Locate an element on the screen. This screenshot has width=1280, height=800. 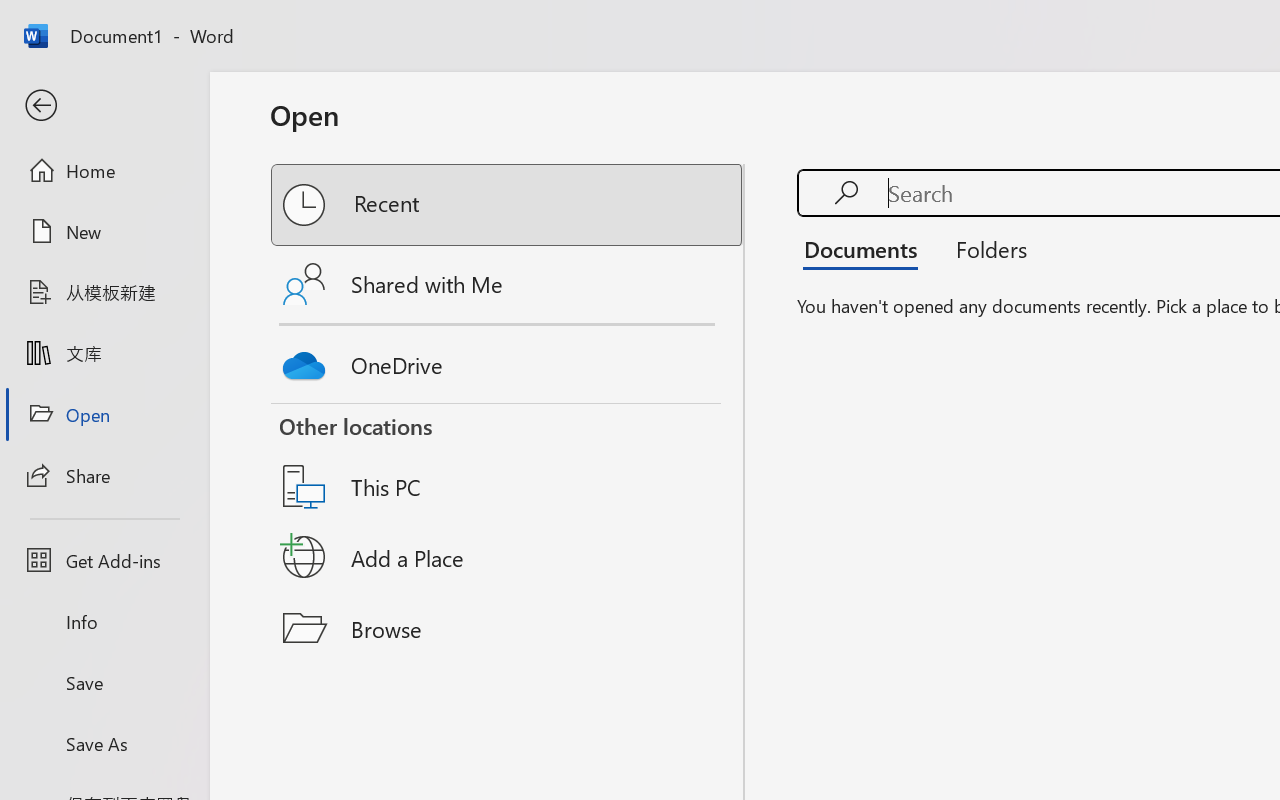
'Info' is located at coordinates (103, 621).